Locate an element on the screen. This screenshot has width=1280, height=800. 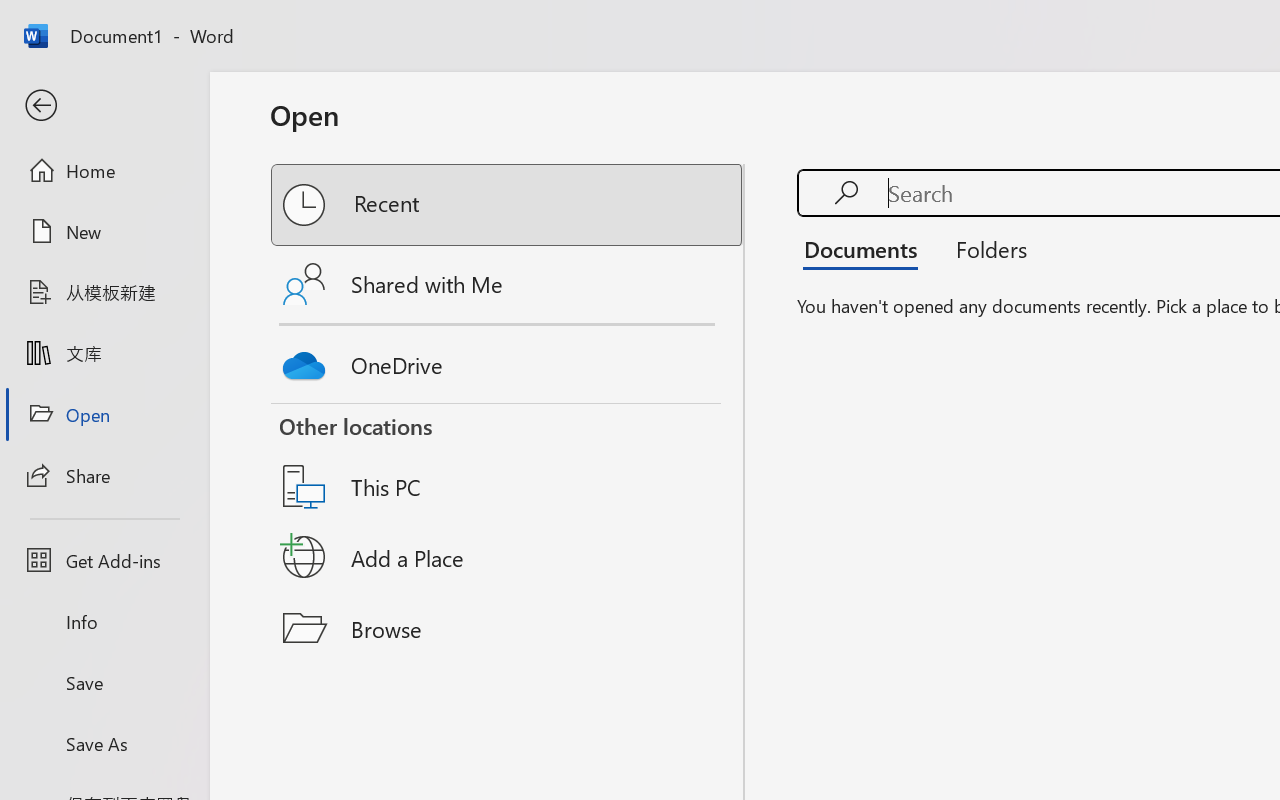
'Info' is located at coordinates (103, 621).